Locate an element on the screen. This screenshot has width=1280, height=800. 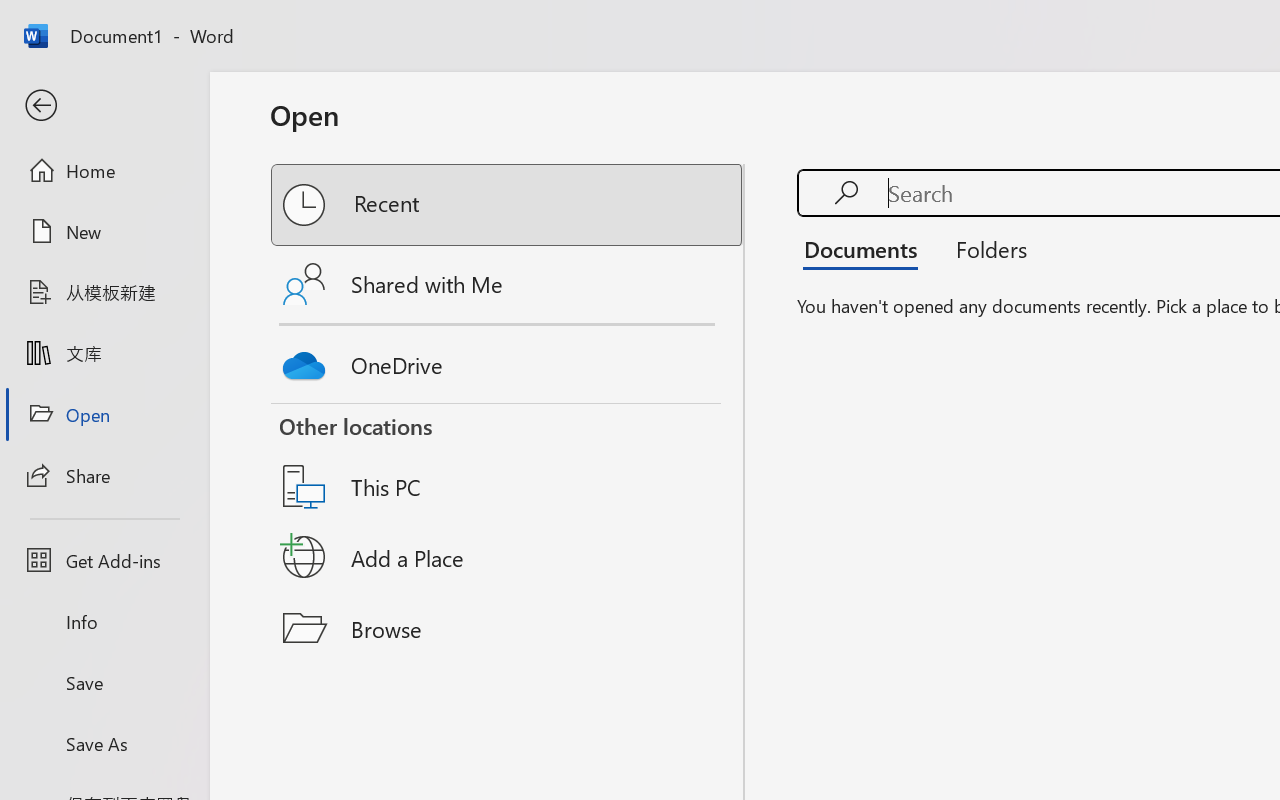
'Info' is located at coordinates (103, 621).